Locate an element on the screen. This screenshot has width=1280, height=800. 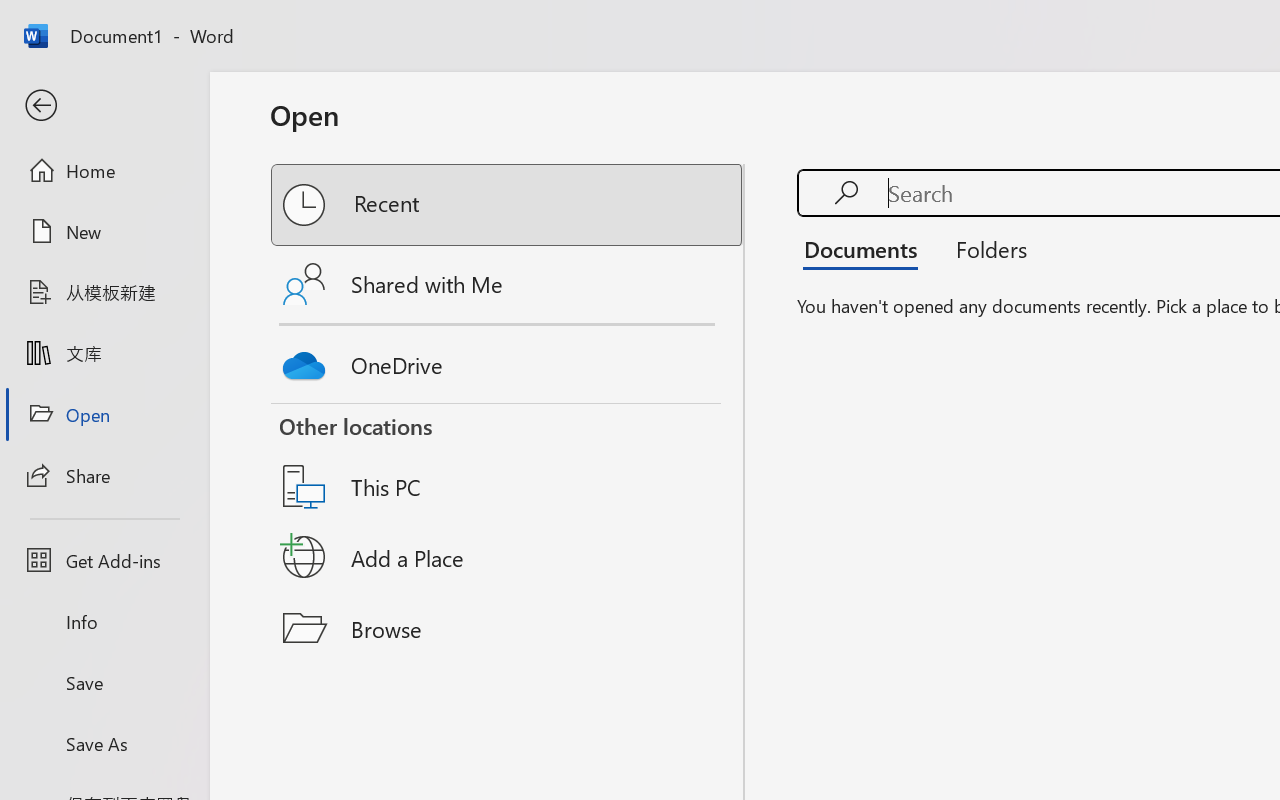
'Info' is located at coordinates (103, 621).